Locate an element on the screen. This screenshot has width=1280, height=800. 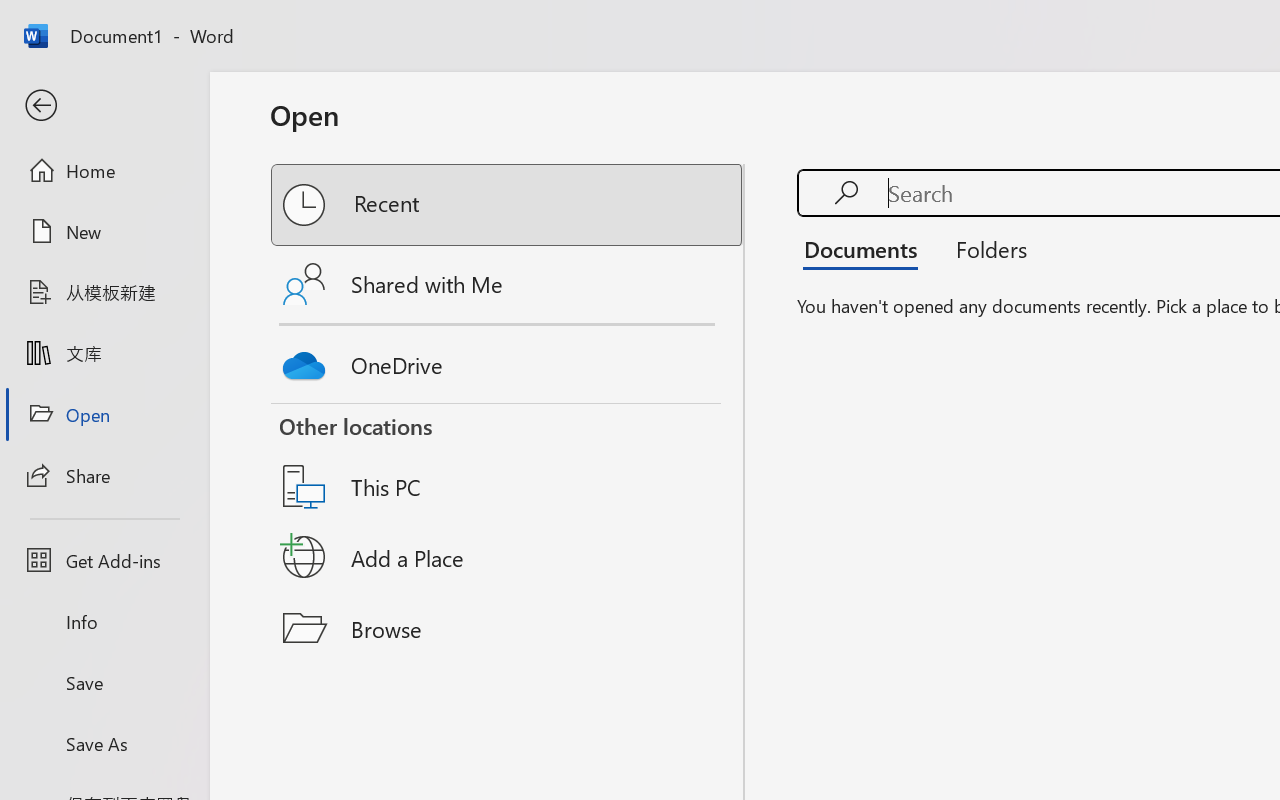
'Info' is located at coordinates (103, 621).